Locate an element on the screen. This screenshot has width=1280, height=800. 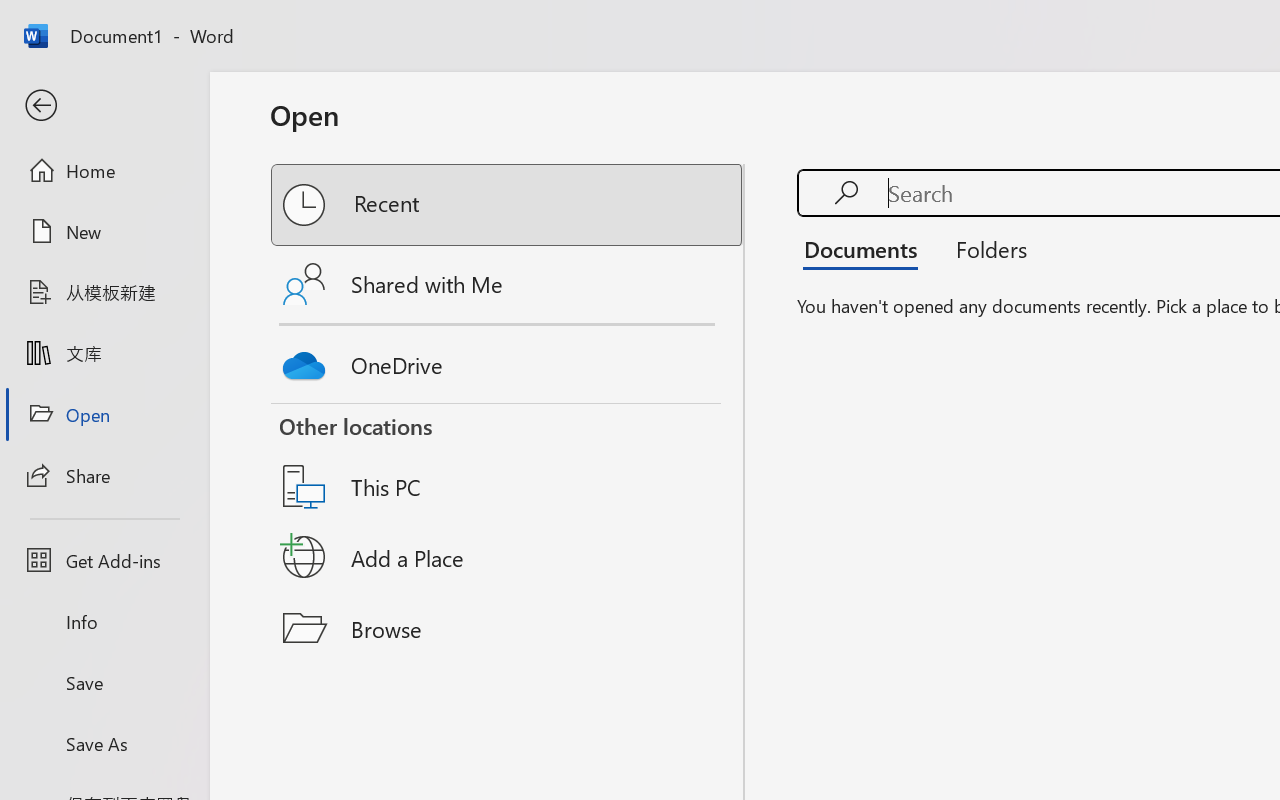
'Info' is located at coordinates (103, 621).